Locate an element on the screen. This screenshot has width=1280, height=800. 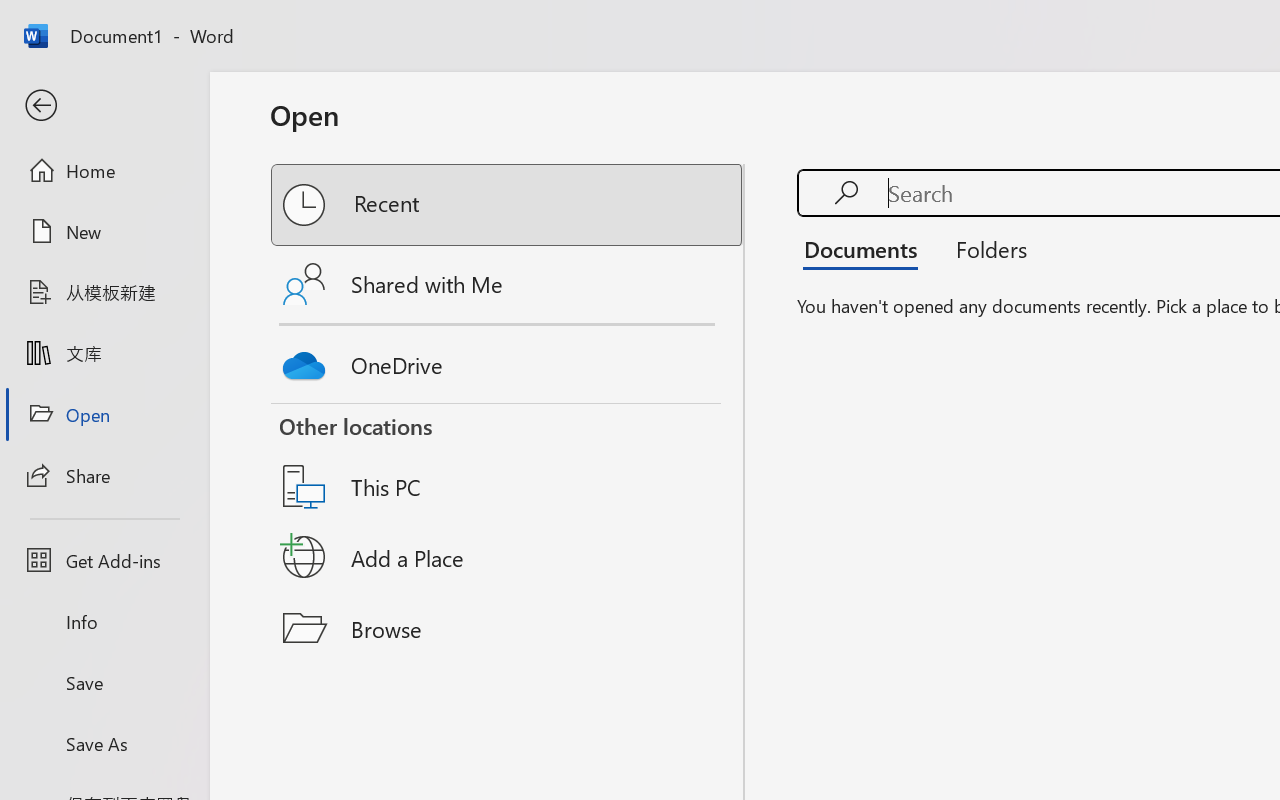
'Info' is located at coordinates (103, 621).